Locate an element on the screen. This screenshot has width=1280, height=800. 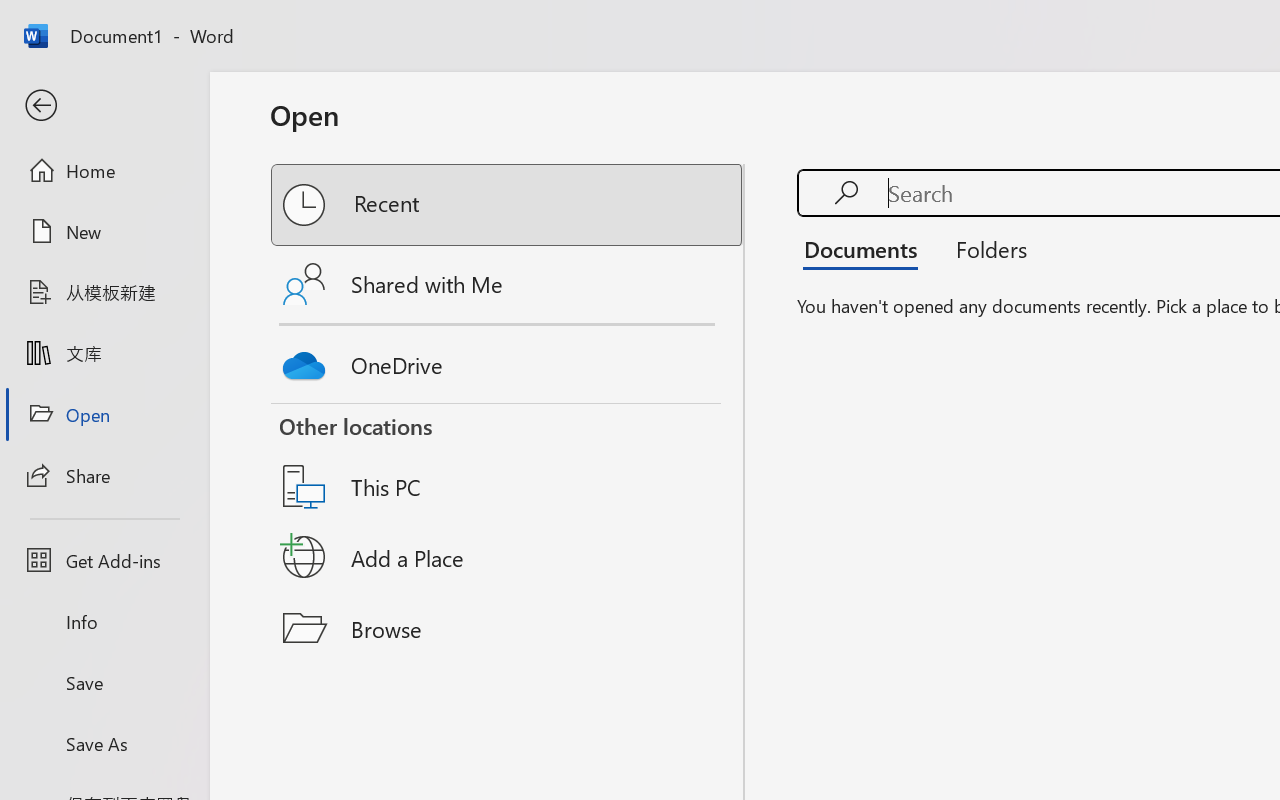
'Info' is located at coordinates (103, 621).